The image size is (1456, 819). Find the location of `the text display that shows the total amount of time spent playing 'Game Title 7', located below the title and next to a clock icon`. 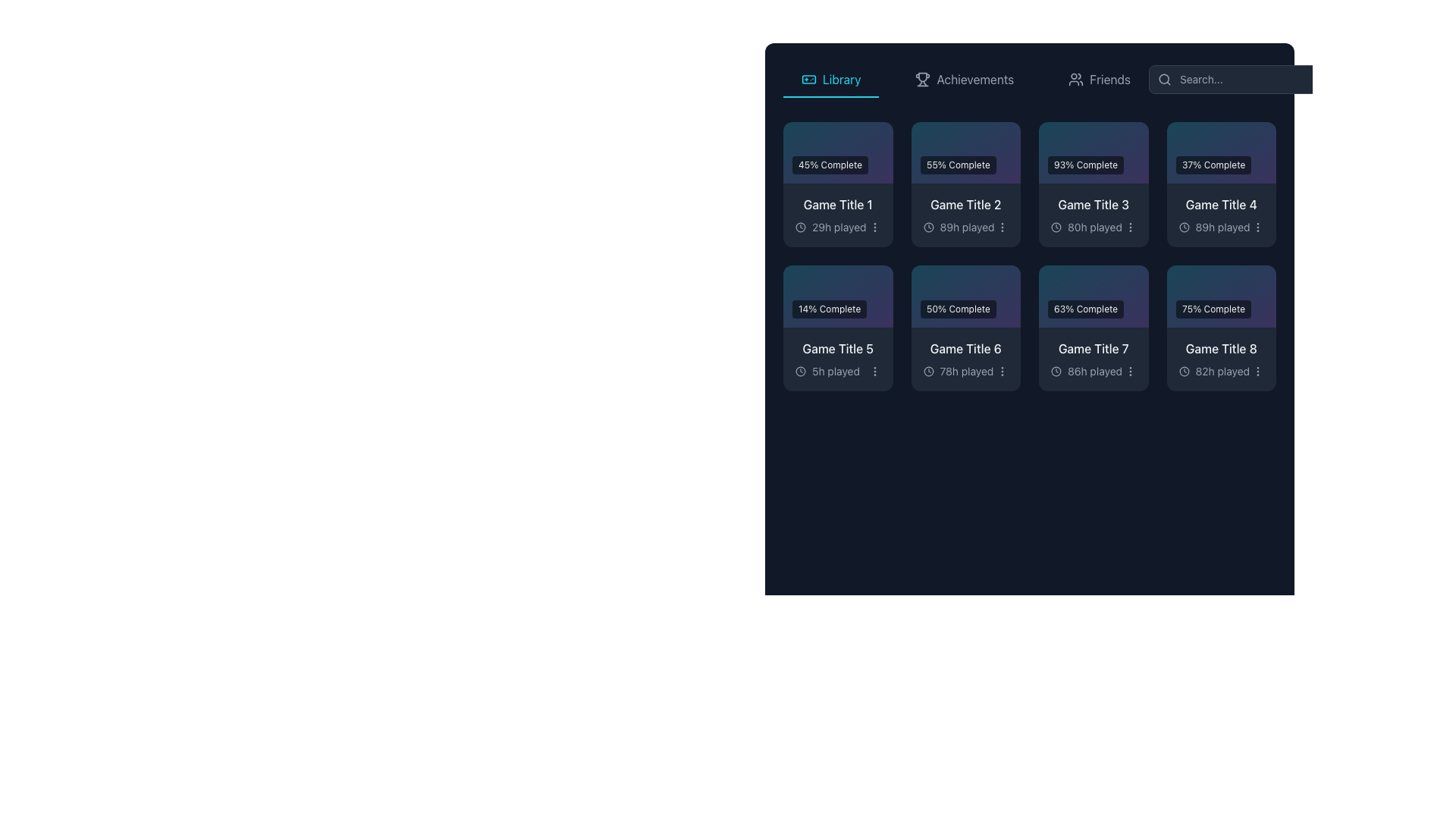

the text display that shows the total amount of time spent playing 'Game Title 7', located below the title and next to a clock icon is located at coordinates (1095, 371).